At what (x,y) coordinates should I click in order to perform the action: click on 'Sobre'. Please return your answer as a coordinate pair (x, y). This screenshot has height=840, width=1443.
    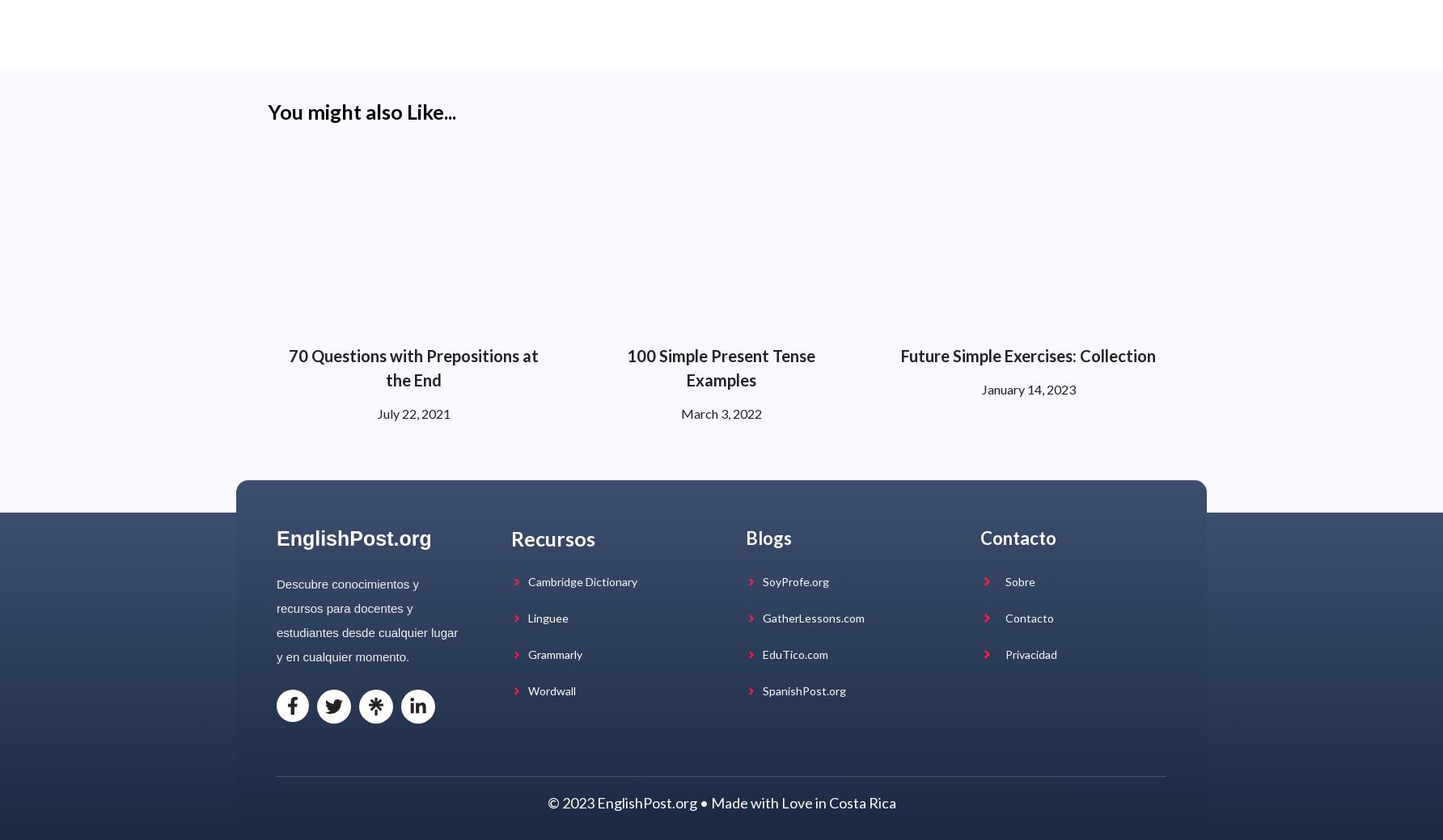
    Looking at the image, I should click on (1018, 580).